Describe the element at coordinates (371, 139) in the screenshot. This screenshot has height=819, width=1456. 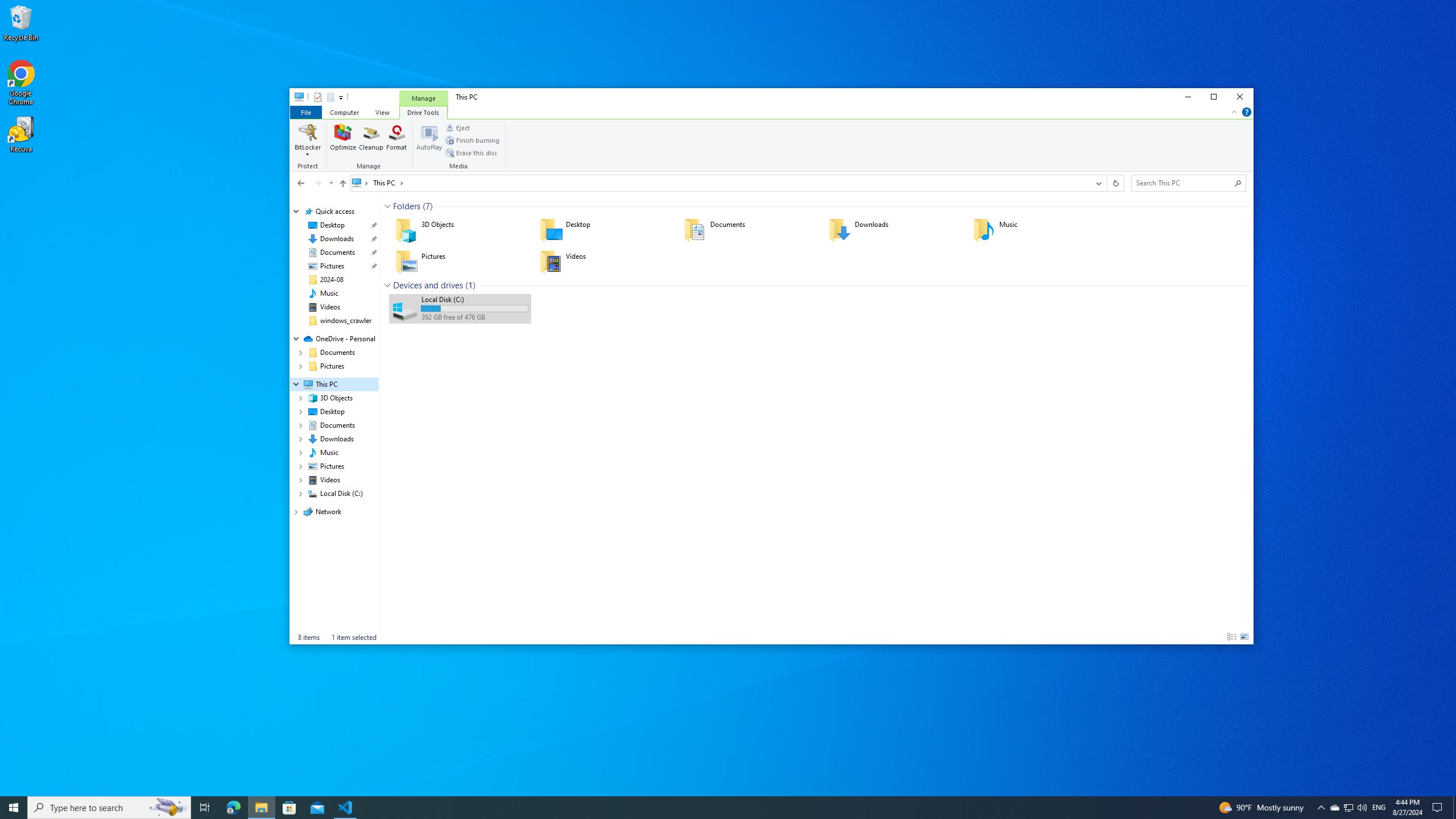
I see `'Cleanup'` at that location.